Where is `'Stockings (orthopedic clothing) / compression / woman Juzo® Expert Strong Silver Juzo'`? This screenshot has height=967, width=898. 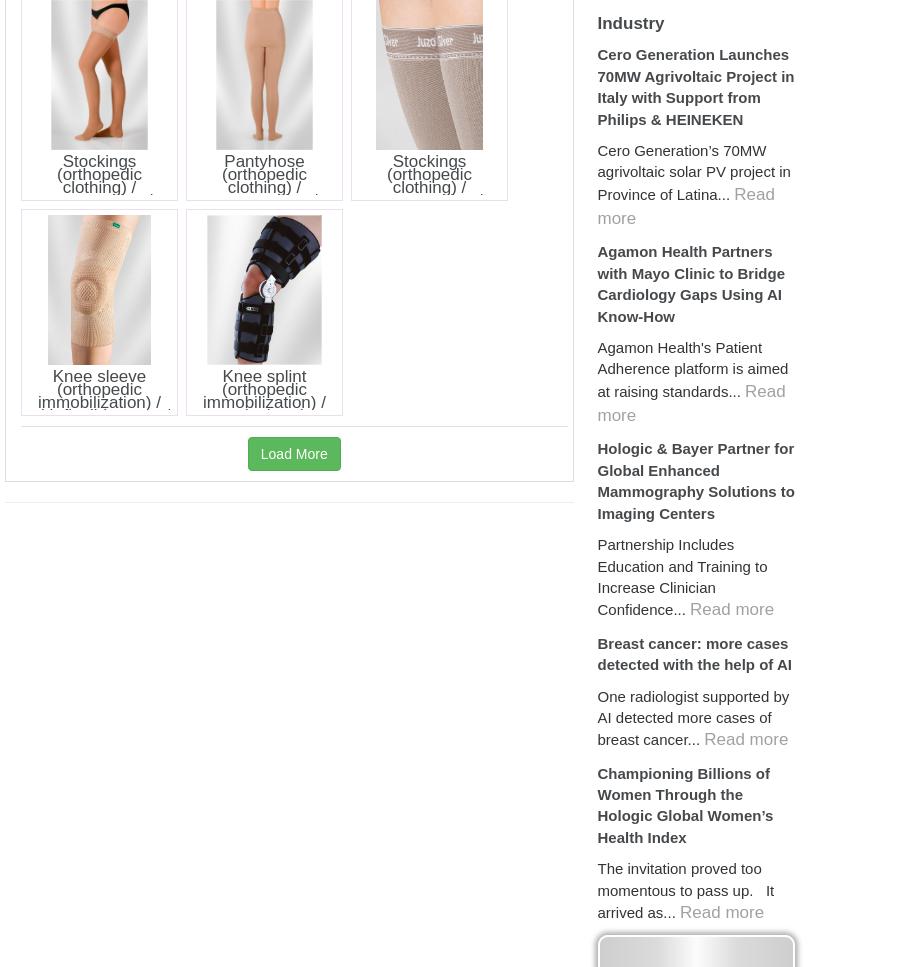 'Stockings (orthopedic clothing) / compression / woman Juzo® Expert Strong Silver Juzo' is located at coordinates (375, 198).